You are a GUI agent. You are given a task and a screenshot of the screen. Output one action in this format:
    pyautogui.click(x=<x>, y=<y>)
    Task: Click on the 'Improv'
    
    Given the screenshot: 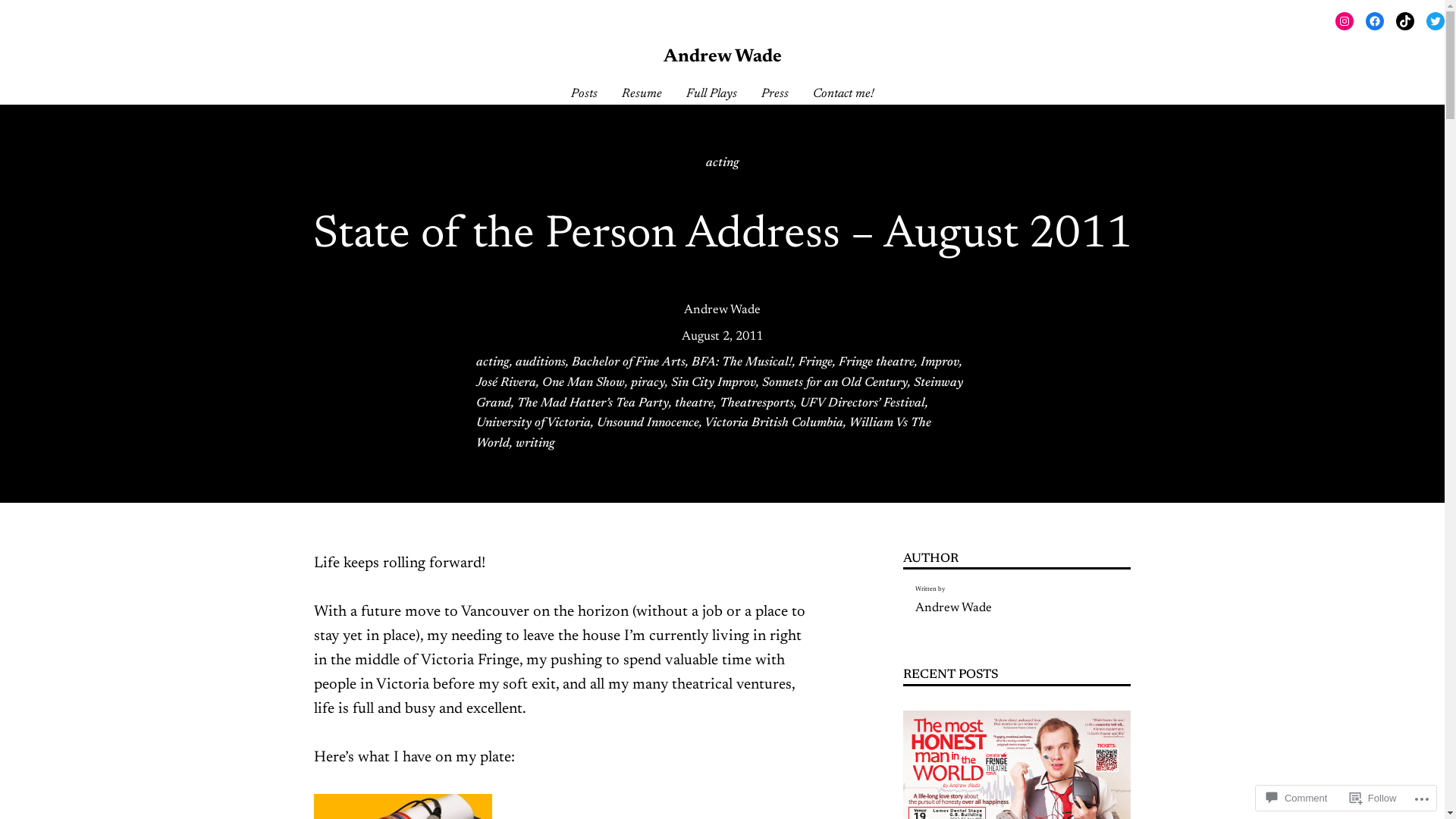 What is the action you would take?
    pyautogui.click(x=939, y=362)
    